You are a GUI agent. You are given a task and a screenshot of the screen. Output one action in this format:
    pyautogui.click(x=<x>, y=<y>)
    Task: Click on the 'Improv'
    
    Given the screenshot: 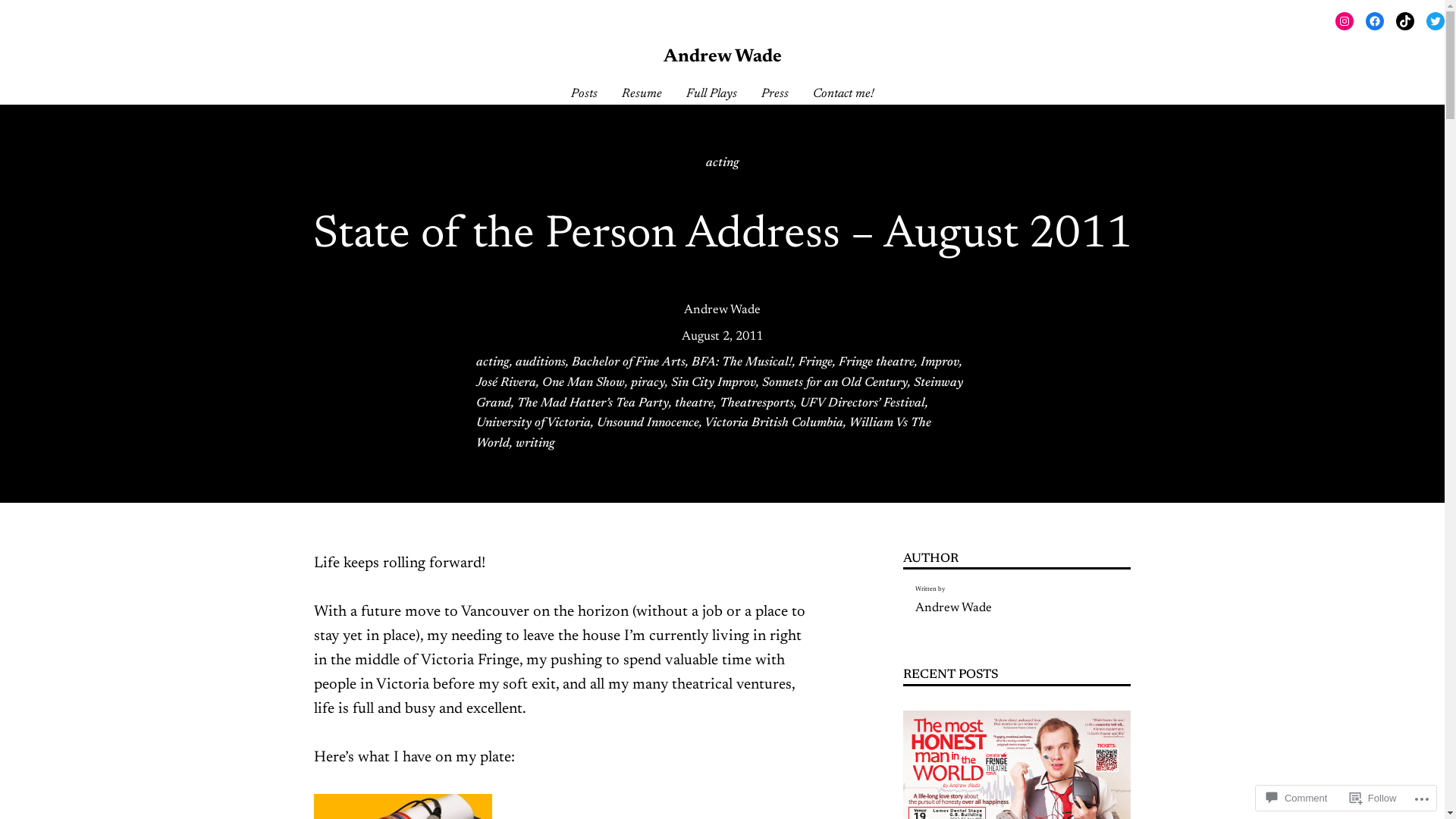 What is the action you would take?
    pyautogui.click(x=939, y=362)
    